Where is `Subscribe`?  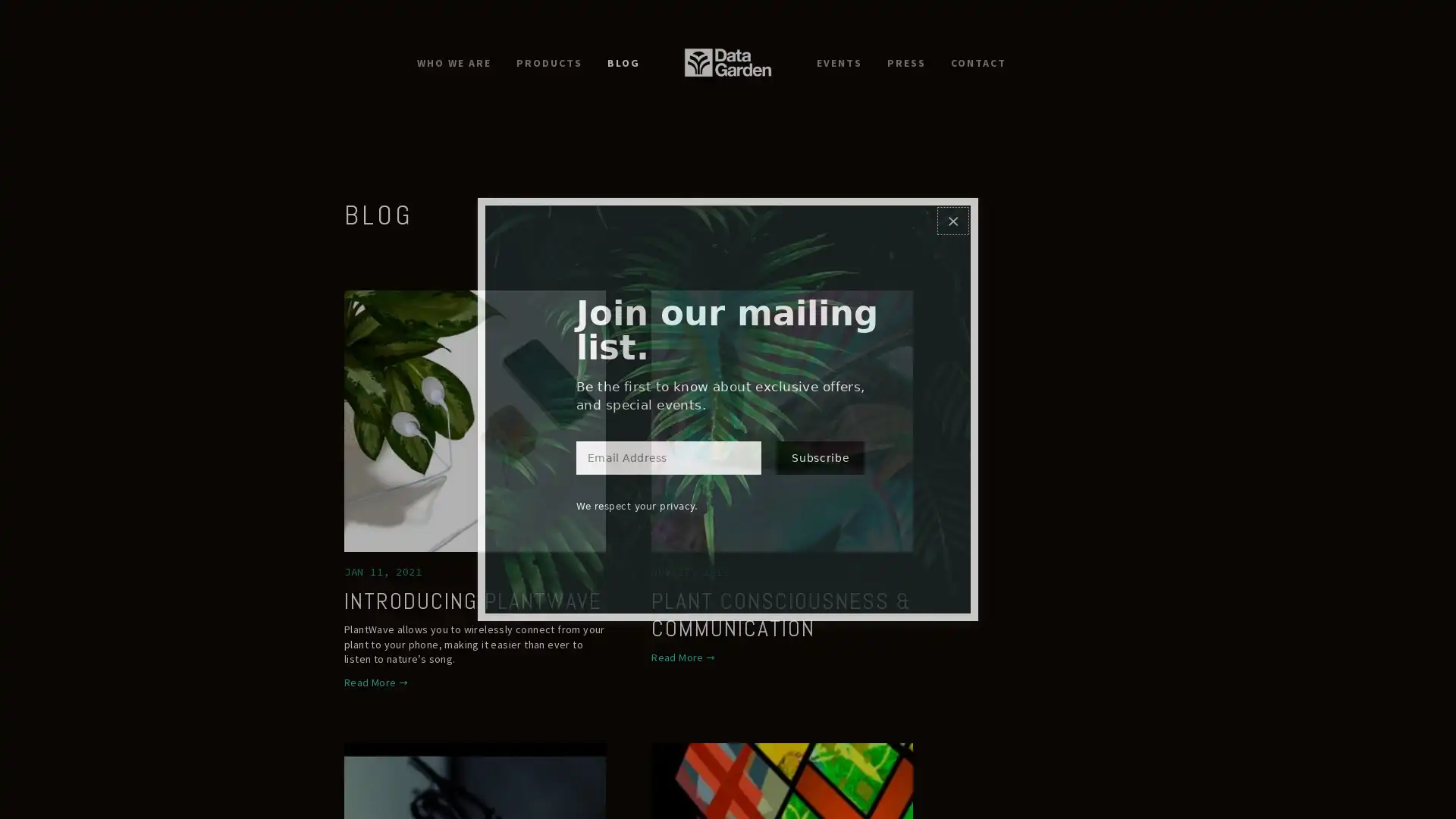
Subscribe is located at coordinates (819, 467).